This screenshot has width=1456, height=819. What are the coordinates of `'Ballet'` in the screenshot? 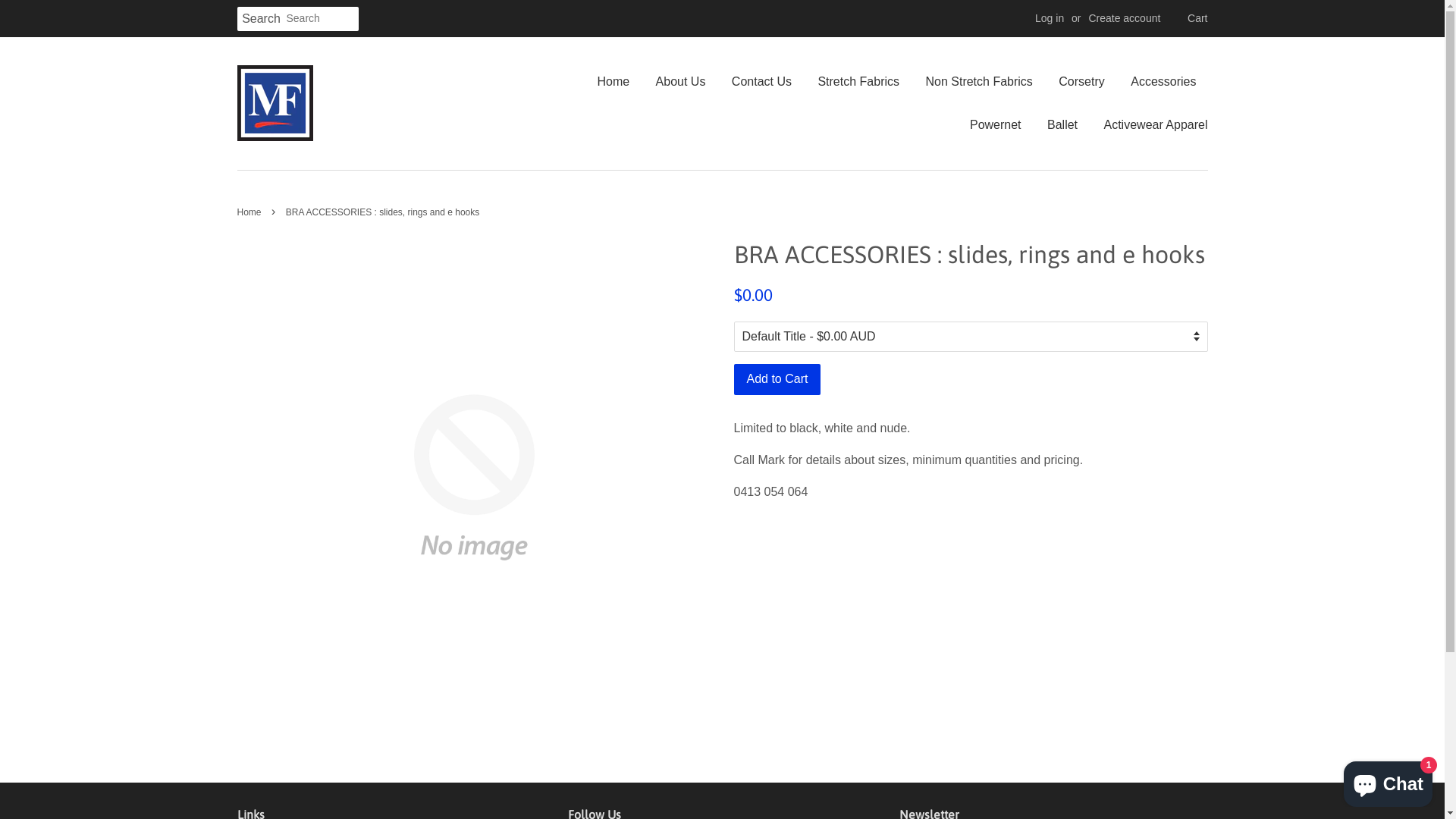 It's located at (1062, 124).